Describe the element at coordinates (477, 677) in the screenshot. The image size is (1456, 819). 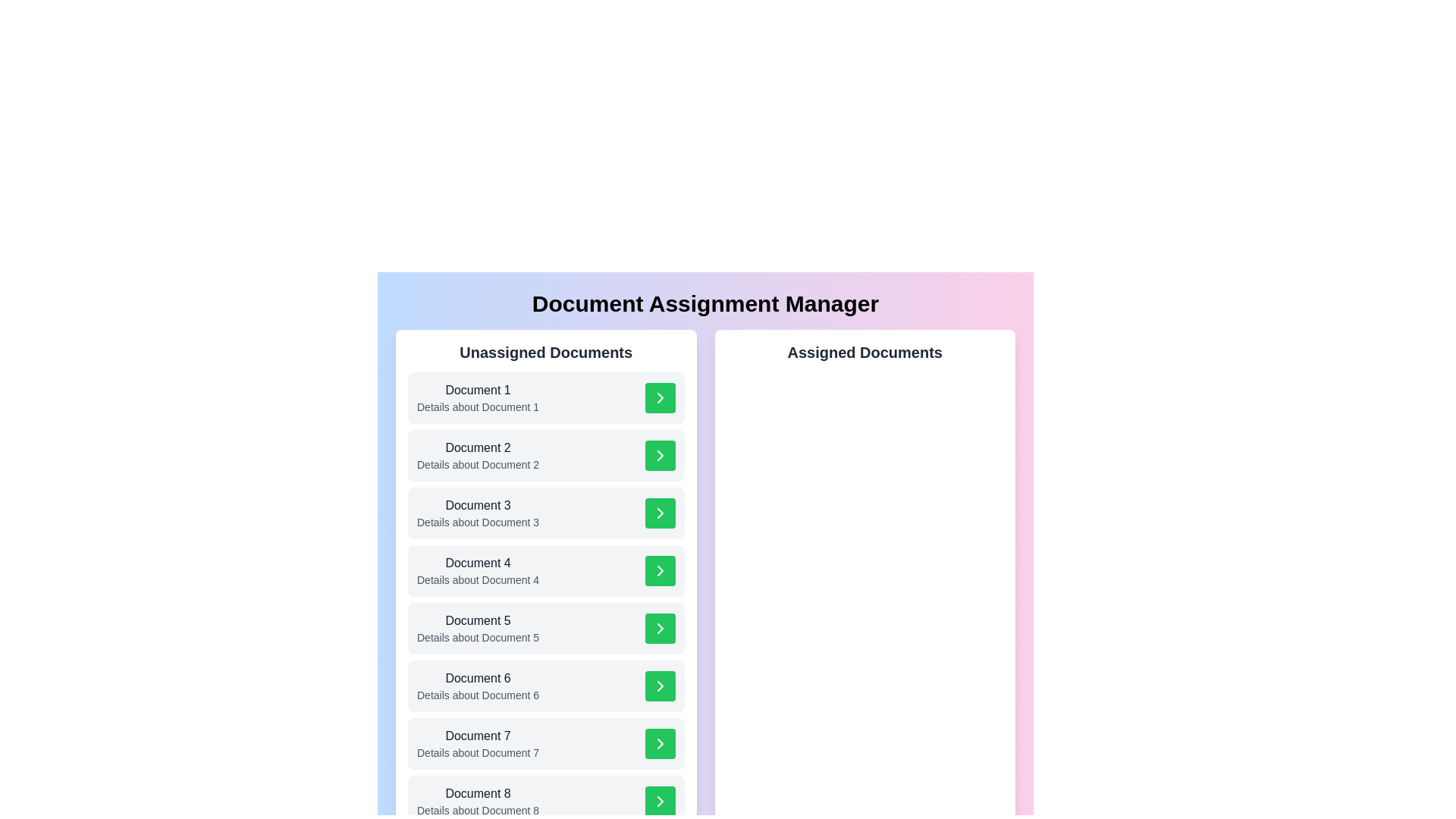
I see `the static text label displaying 'Document 6' in bold, dark gray font, which is the title of a document entry within the 'Unassigned Documents' section` at that location.